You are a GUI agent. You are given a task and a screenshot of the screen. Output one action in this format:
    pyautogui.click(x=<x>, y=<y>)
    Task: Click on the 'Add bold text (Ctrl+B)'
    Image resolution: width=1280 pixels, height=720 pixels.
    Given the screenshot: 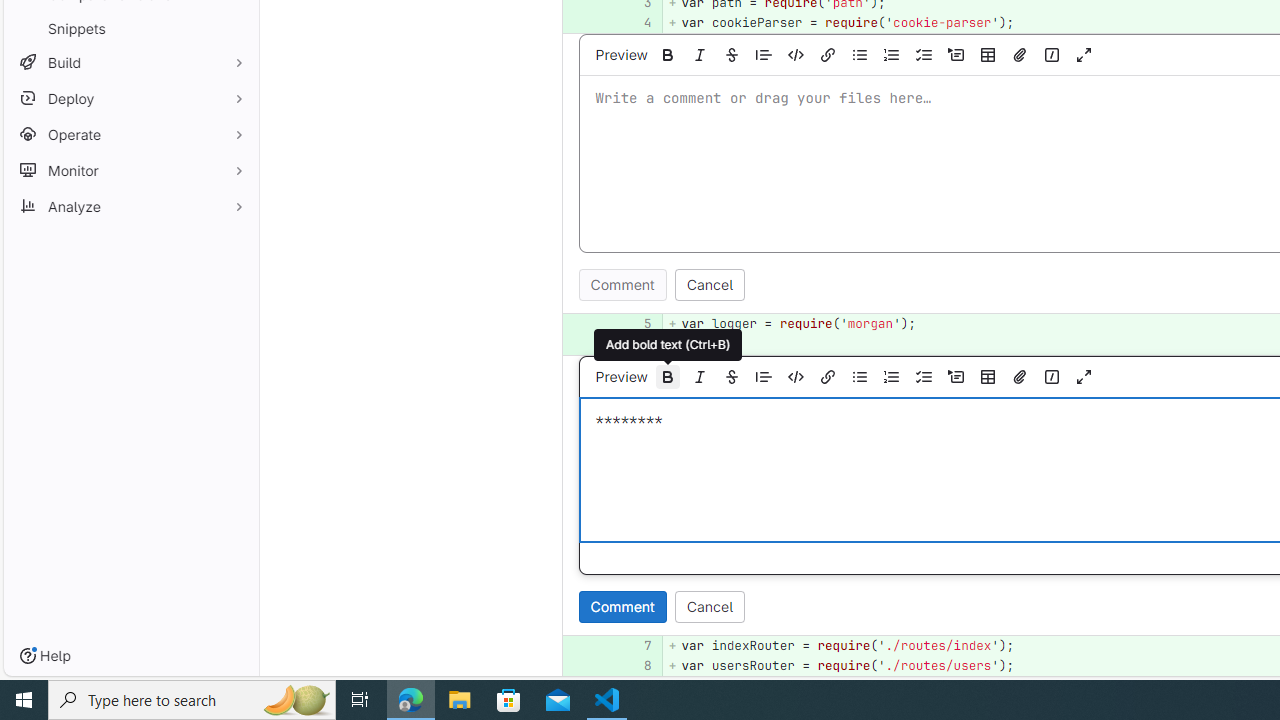 What is the action you would take?
    pyautogui.click(x=667, y=376)
    